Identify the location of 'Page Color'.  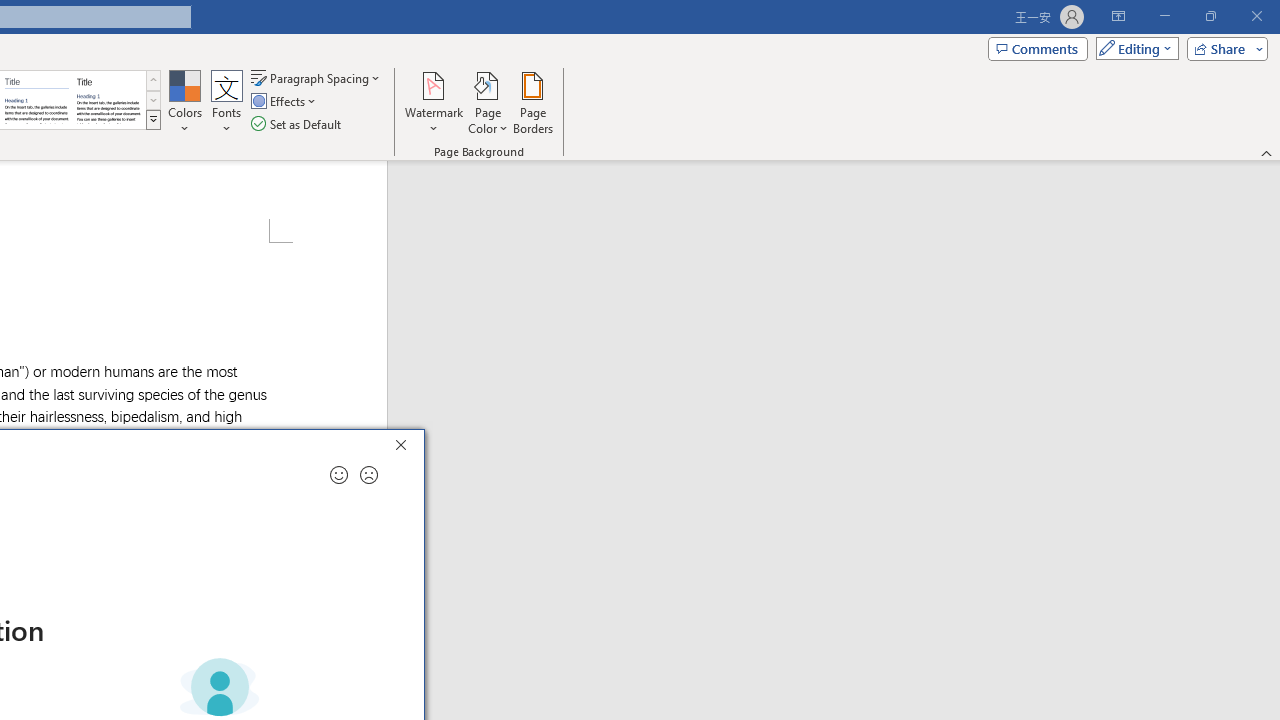
(488, 103).